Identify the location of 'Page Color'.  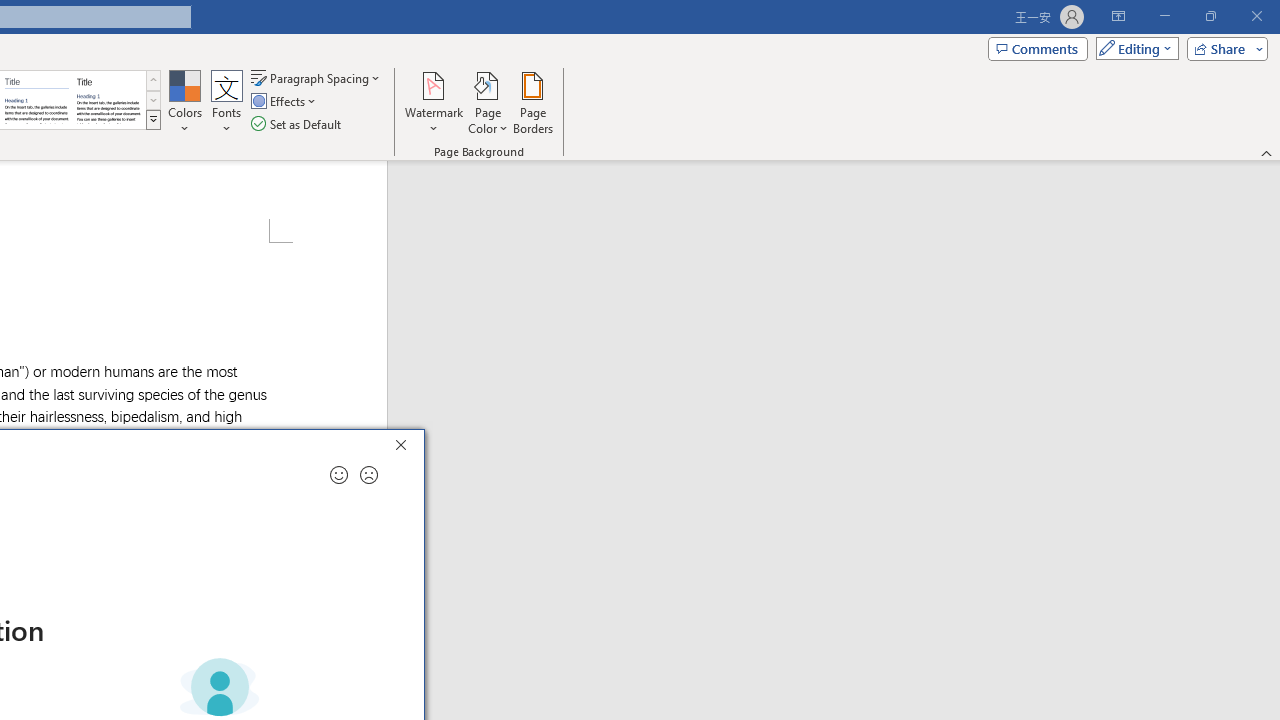
(488, 103).